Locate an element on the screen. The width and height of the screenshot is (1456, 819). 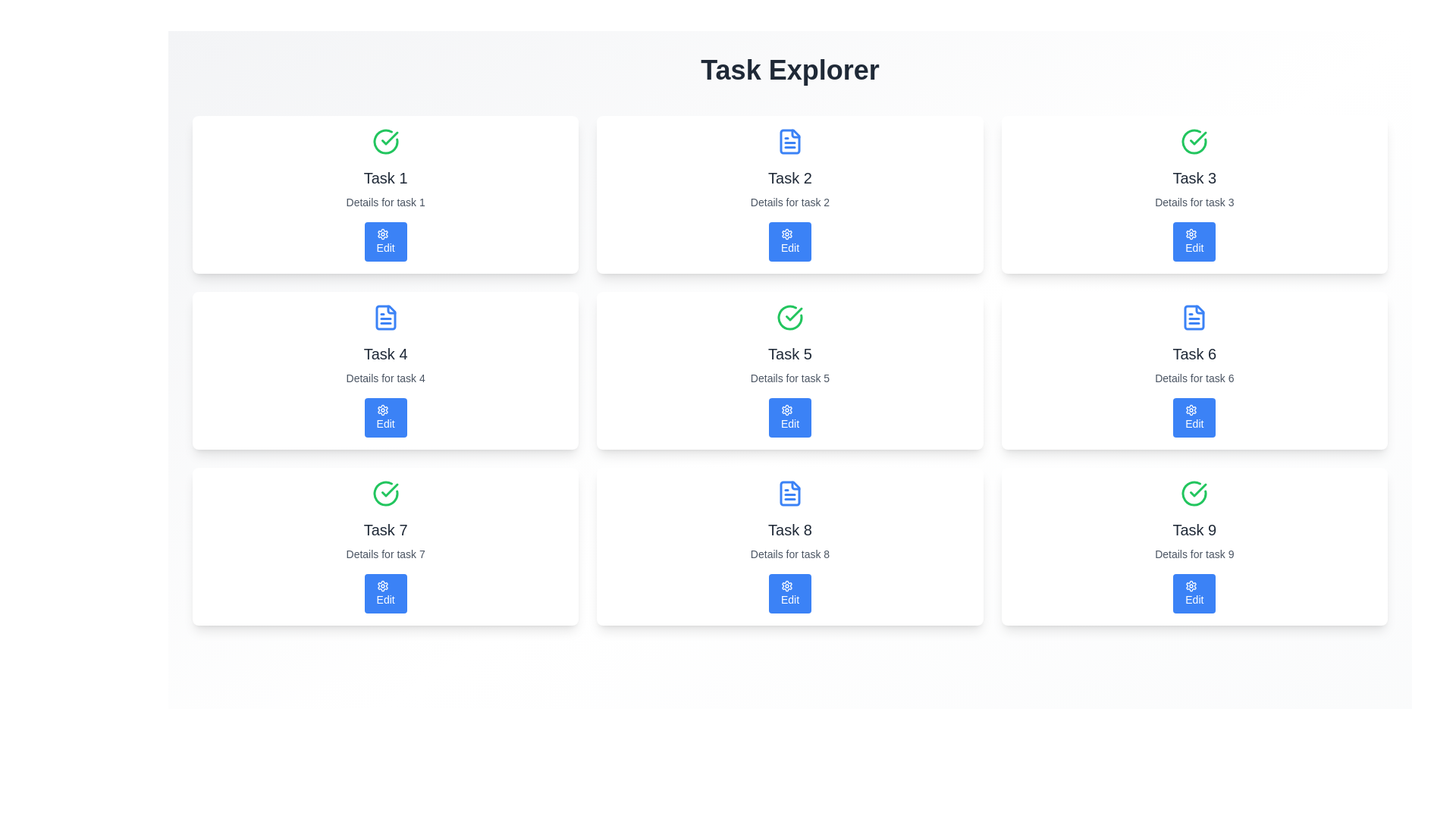
the blue rectangular button labeled 'Edit' with a gear icon, located in the bottom right of the 'Task 8' card is located at coordinates (789, 593).